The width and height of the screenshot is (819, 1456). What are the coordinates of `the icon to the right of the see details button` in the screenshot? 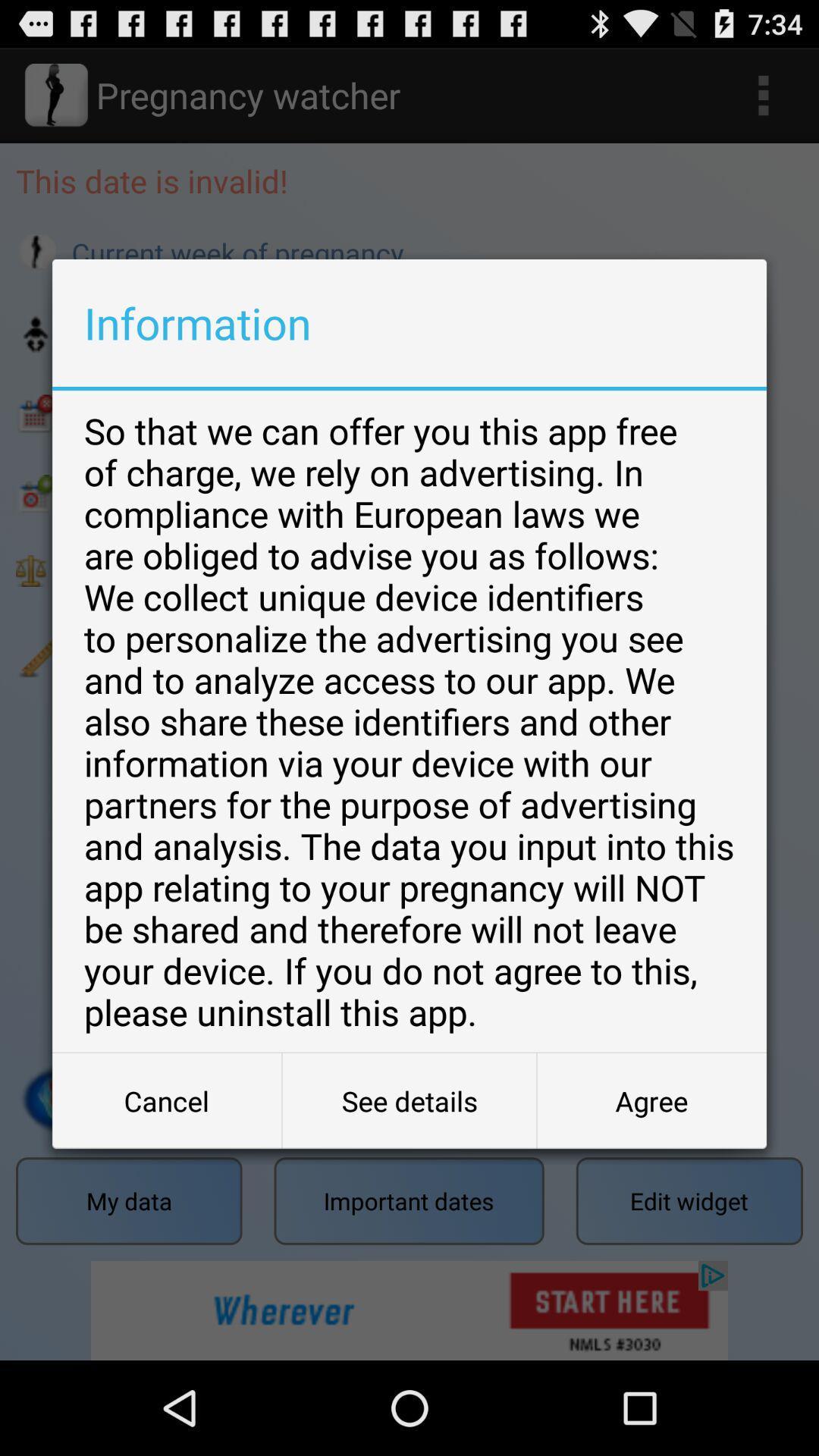 It's located at (651, 1100).